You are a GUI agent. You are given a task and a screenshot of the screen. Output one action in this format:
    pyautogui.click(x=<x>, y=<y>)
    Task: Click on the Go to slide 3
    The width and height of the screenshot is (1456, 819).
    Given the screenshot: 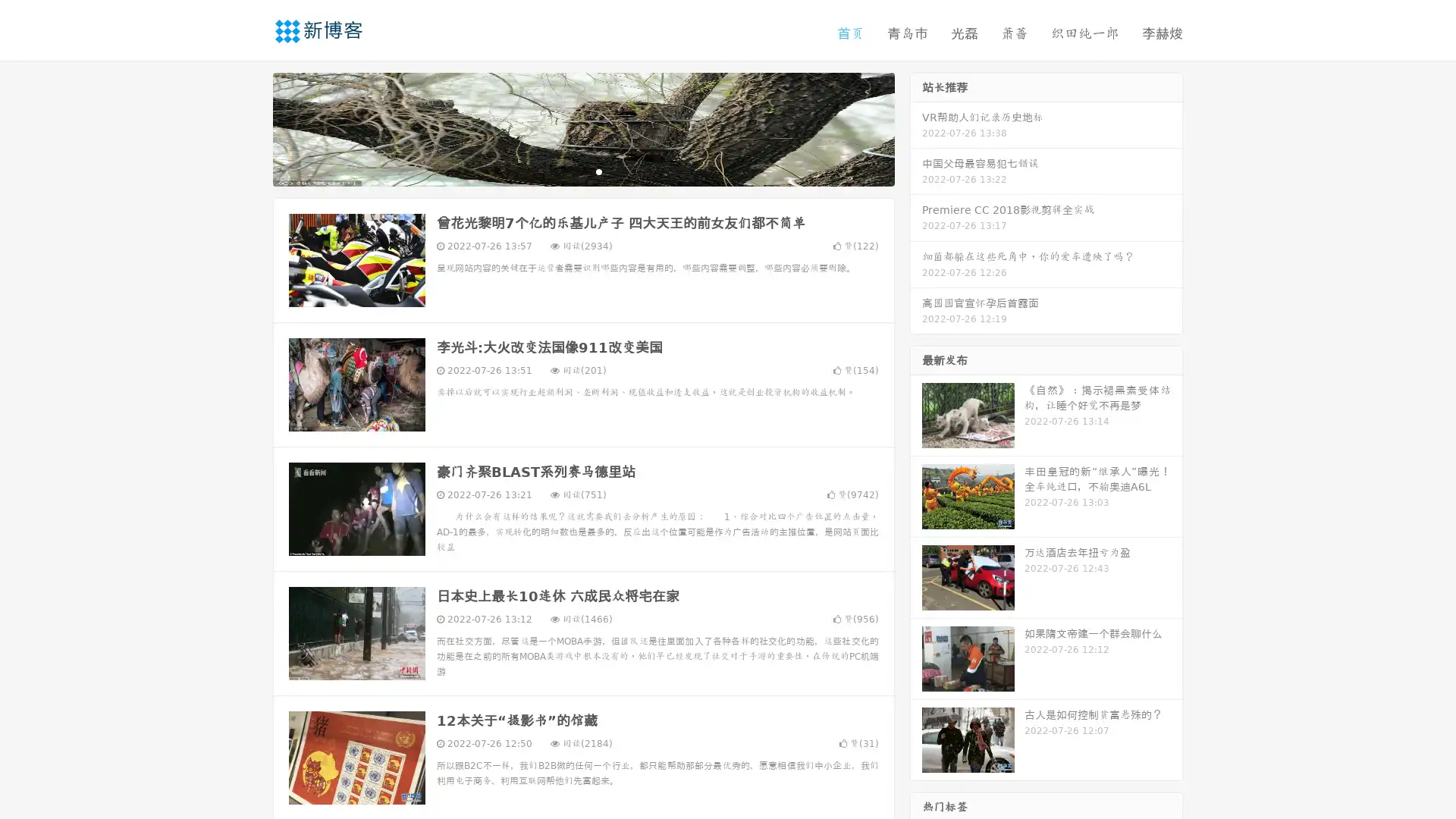 What is the action you would take?
    pyautogui.click(x=598, y=171)
    